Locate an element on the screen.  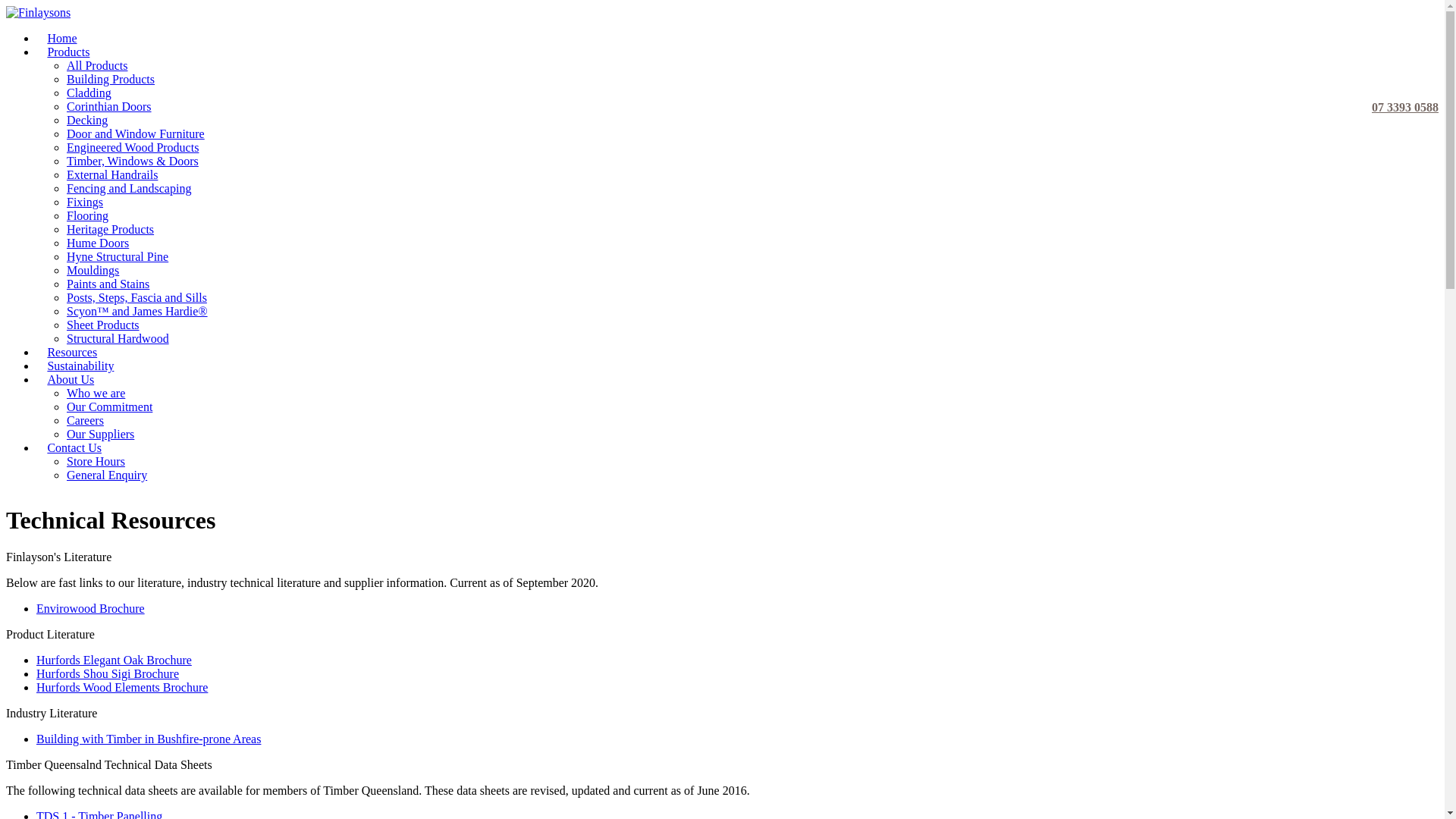
'Building with Timber in Bushfire-prone Areas' is located at coordinates (149, 738).